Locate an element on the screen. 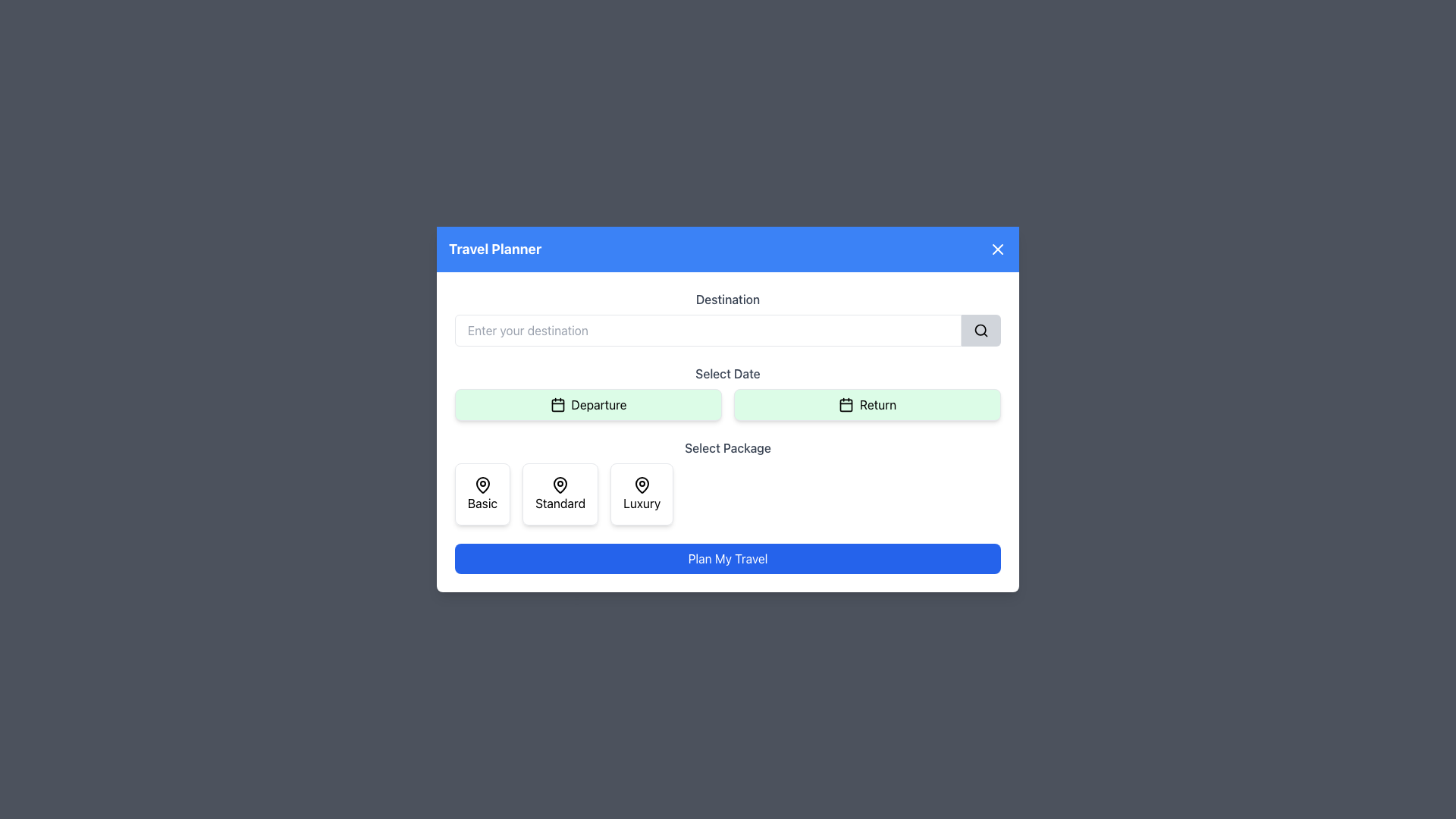 The width and height of the screenshot is (1456, 819). the search button located immediately to the right of the 'Enter your destination' text input field, which is part of the 'Destination' input group is located at coordinates (981, 329).